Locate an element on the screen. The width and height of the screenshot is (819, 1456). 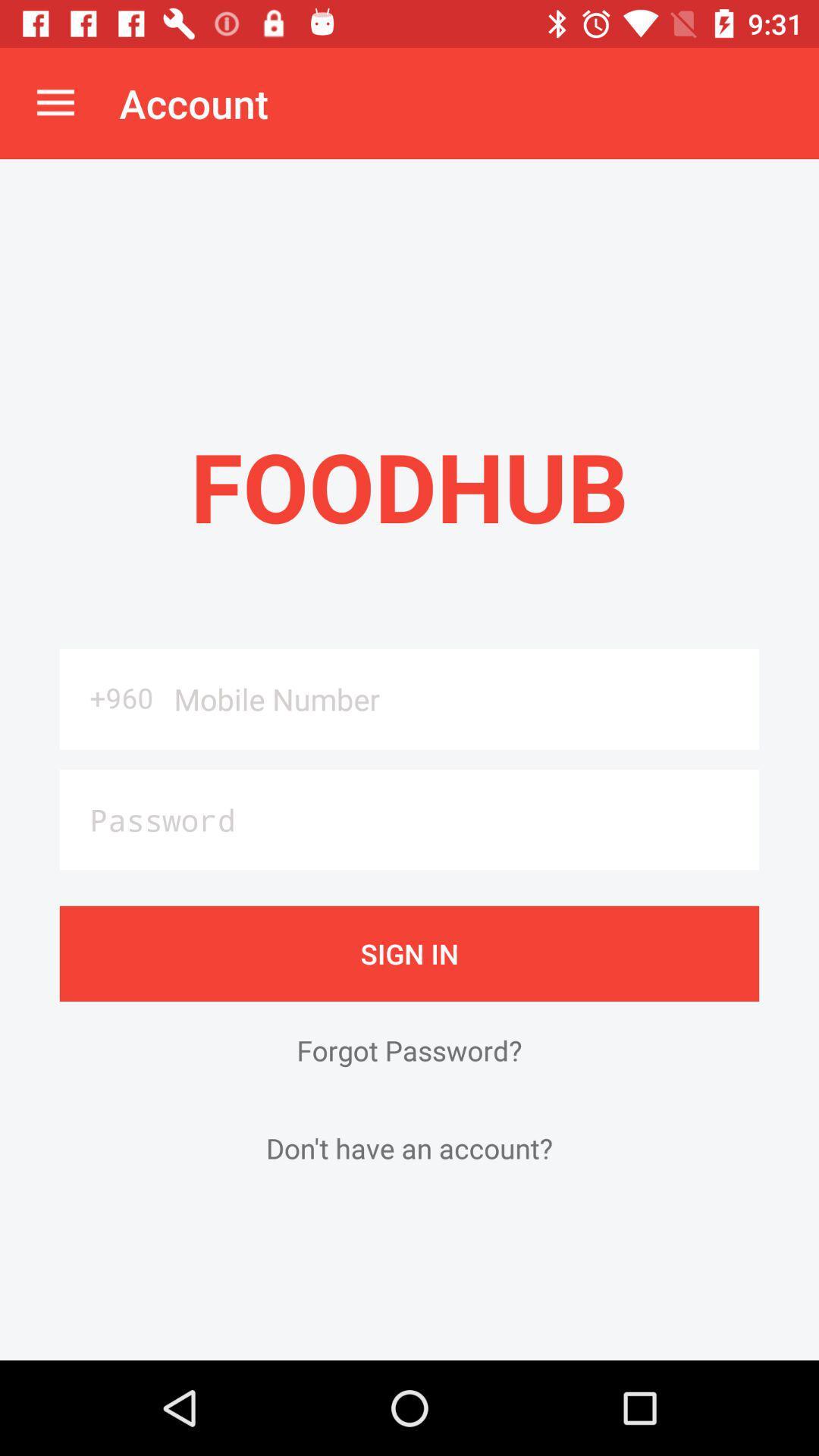
the sign in icon is located at coordinates (409, 952).